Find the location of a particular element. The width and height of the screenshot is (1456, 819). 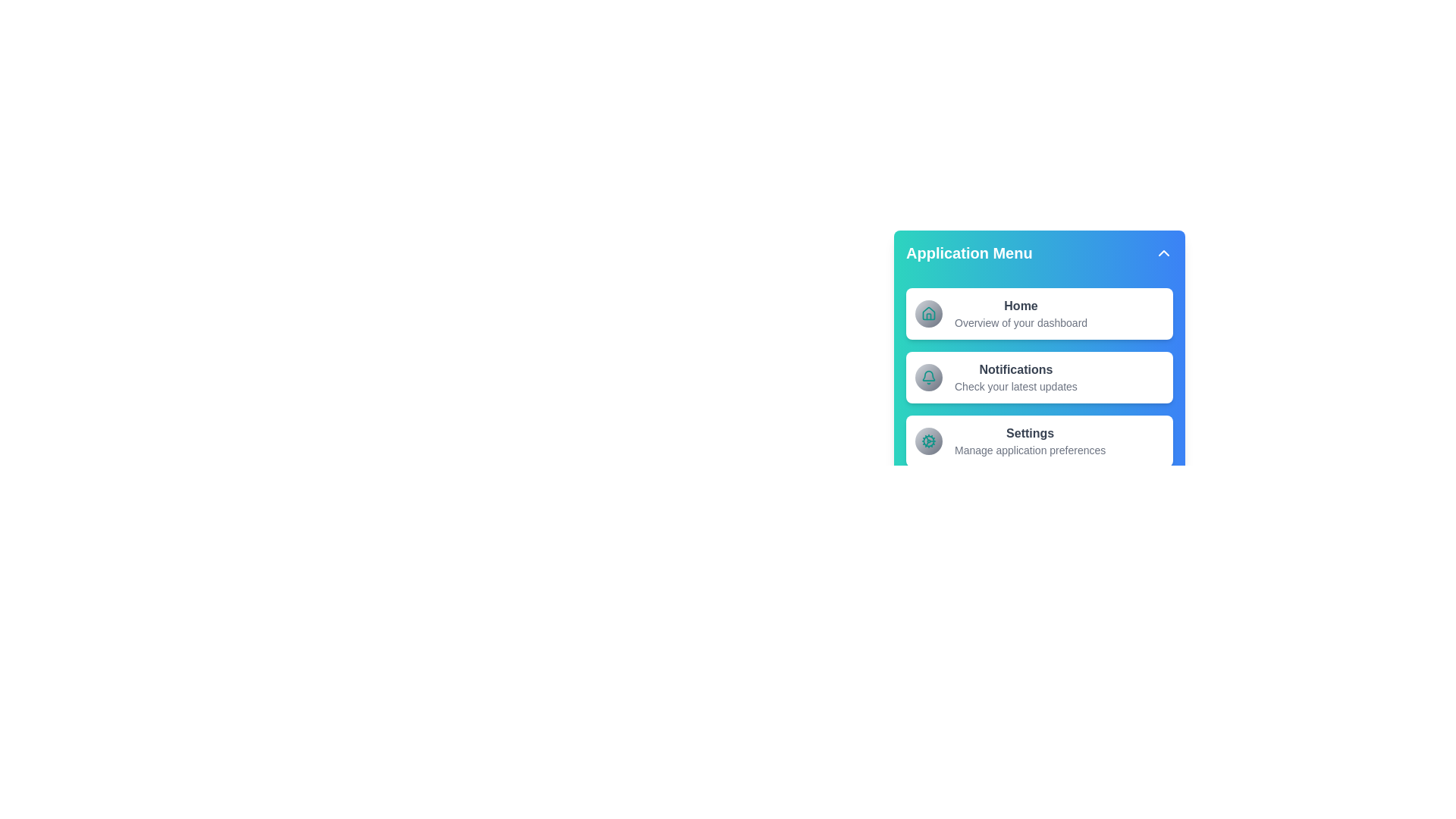

the menu item Notifications to navigate to its respective section is located at coordinates (1039, 376).